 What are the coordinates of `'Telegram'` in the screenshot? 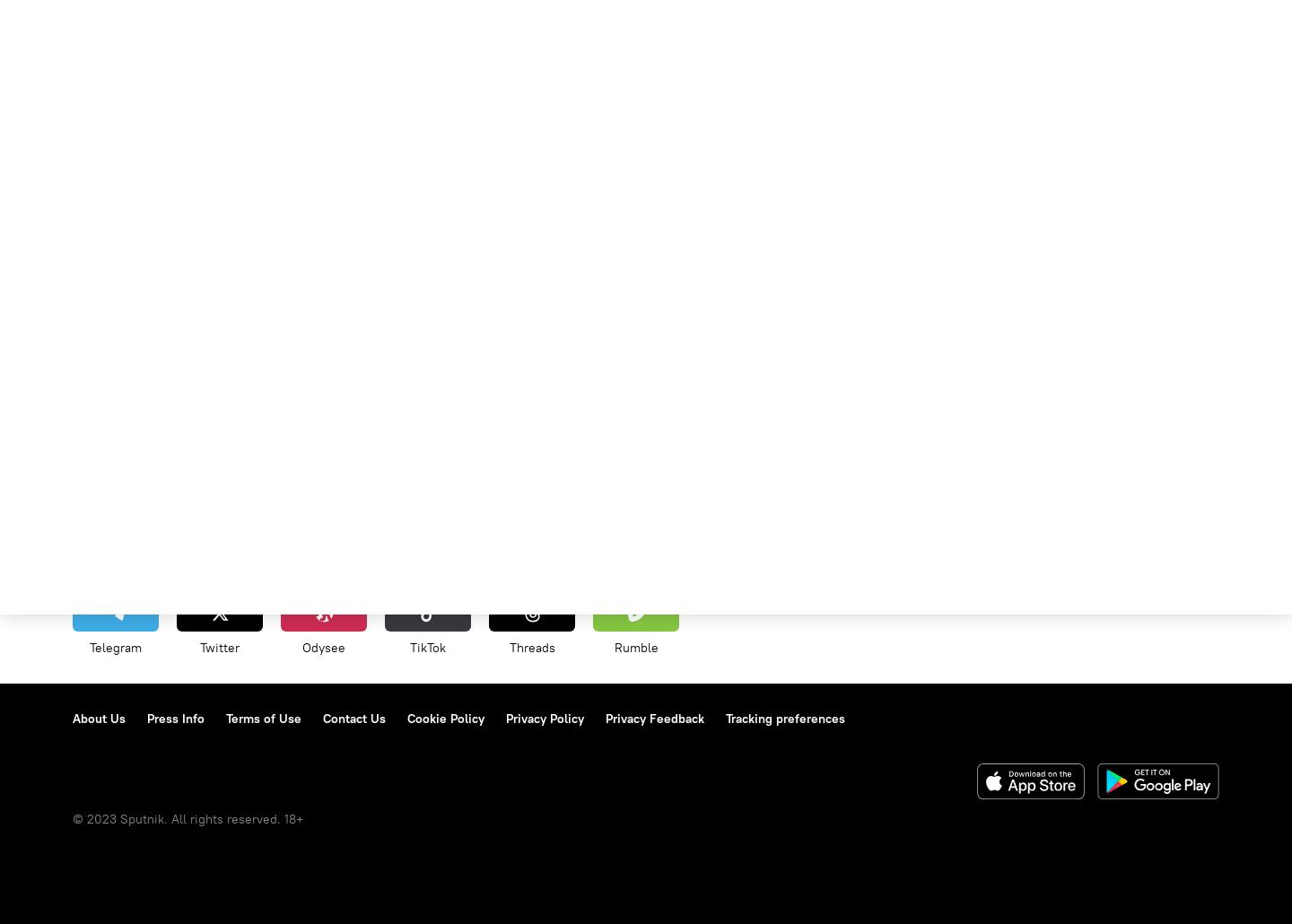 It's located at (115, 647).